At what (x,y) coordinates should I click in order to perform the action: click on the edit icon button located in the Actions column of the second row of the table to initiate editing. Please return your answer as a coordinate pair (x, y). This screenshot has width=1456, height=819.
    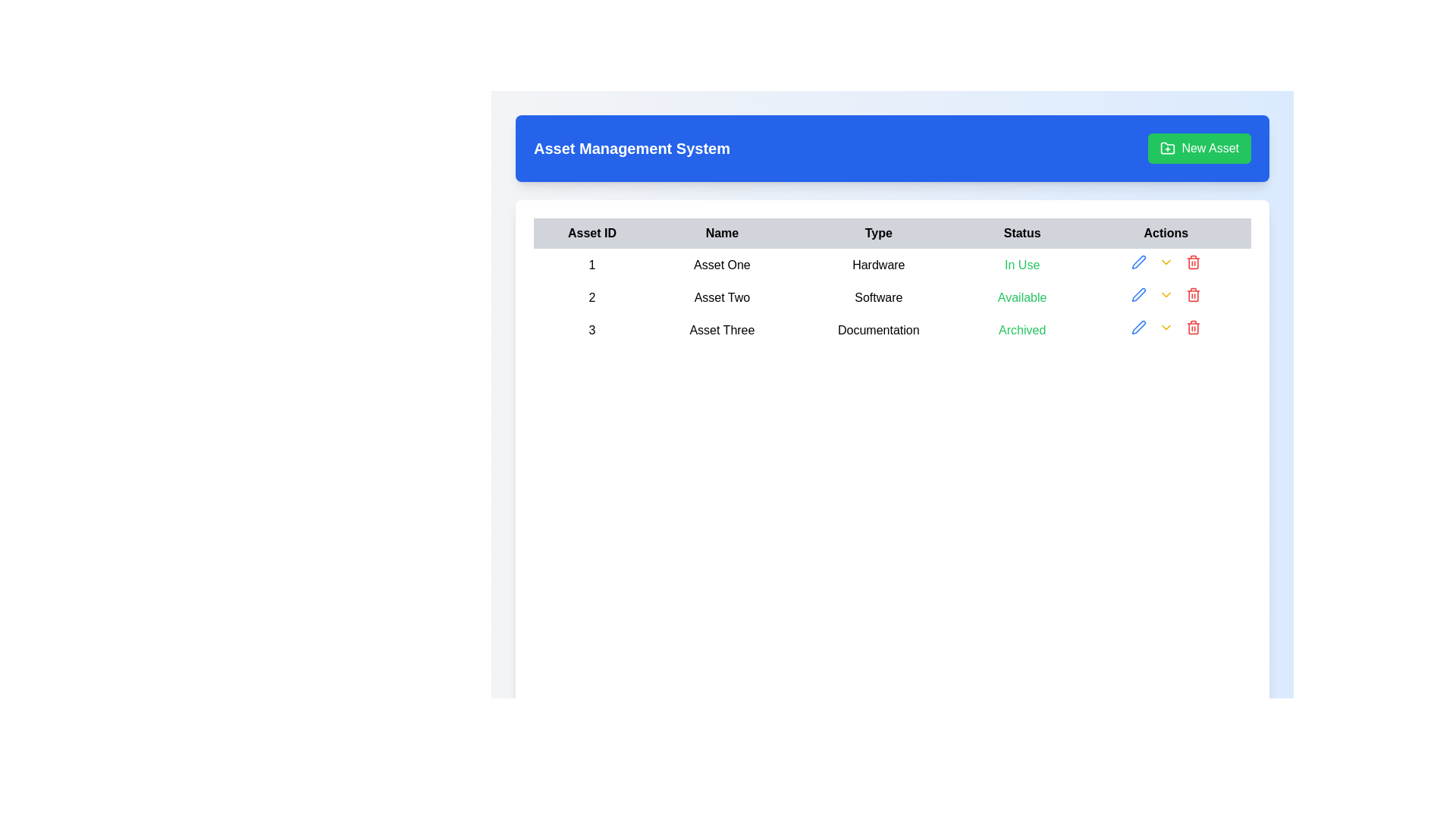
    Looking at the image, I should click on (1138, 262).